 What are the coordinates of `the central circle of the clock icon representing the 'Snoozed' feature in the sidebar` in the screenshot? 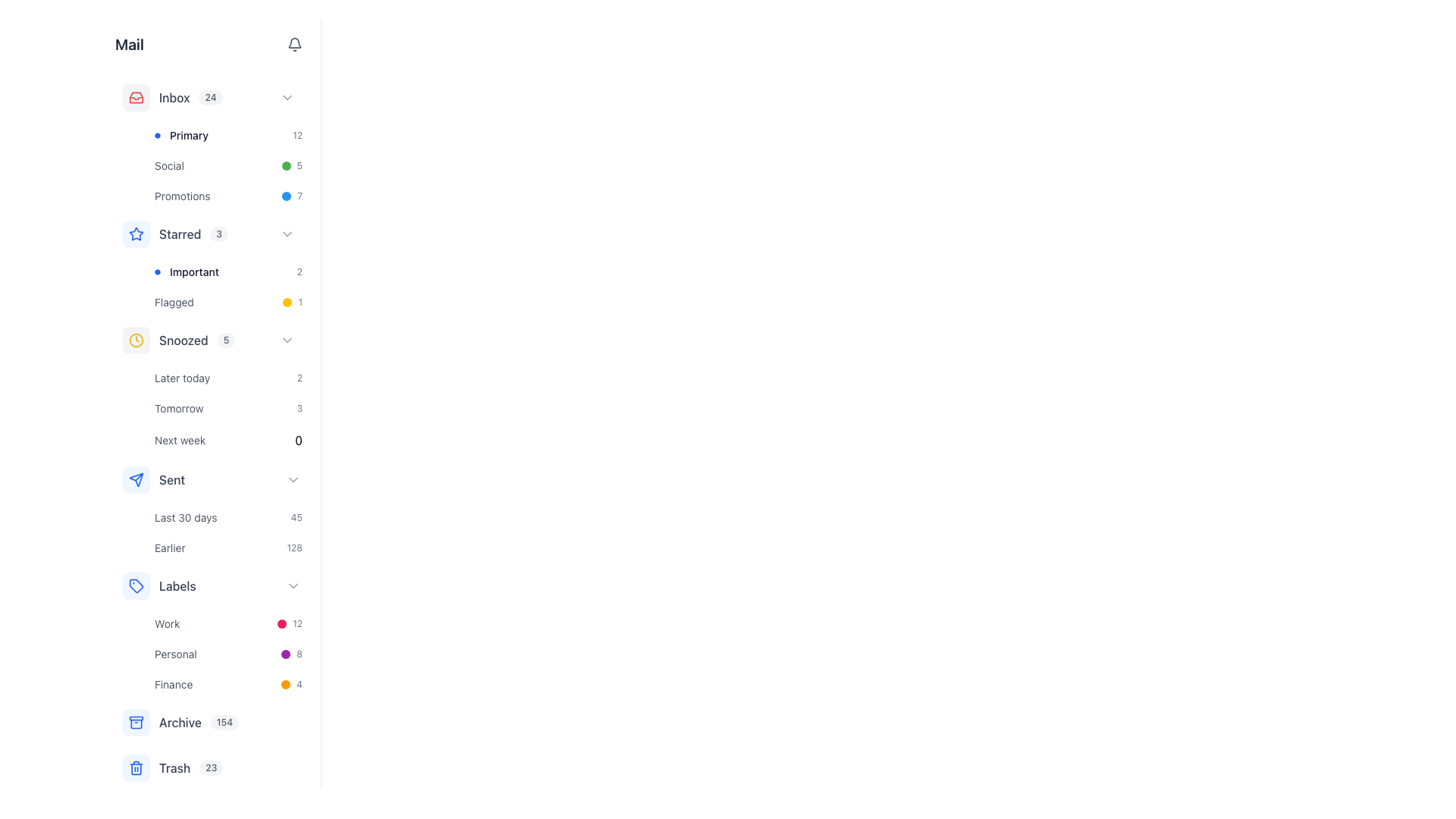 It's located at (136, 339).